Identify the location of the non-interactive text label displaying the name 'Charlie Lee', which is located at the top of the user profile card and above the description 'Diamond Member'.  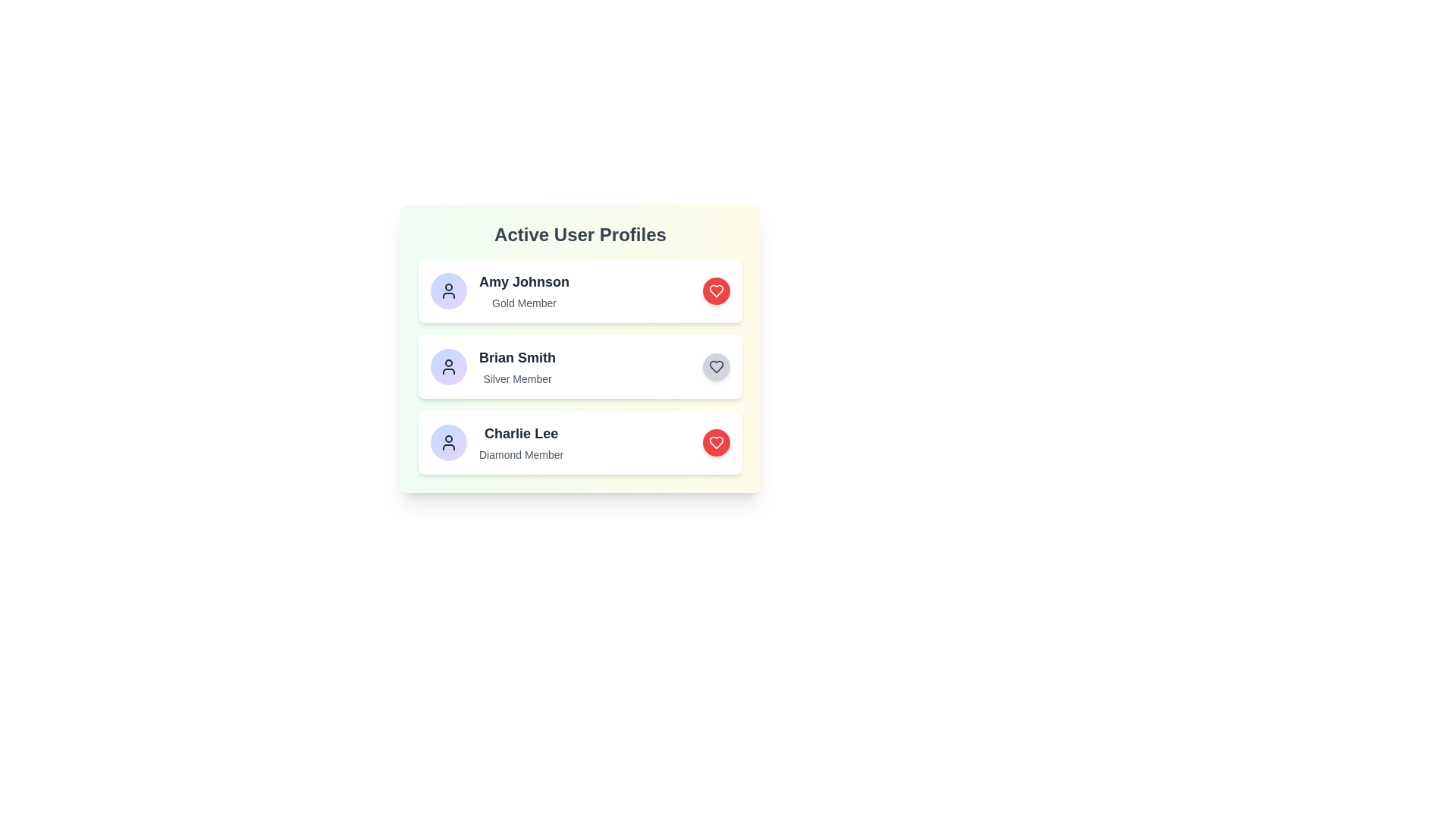
(521, 433).